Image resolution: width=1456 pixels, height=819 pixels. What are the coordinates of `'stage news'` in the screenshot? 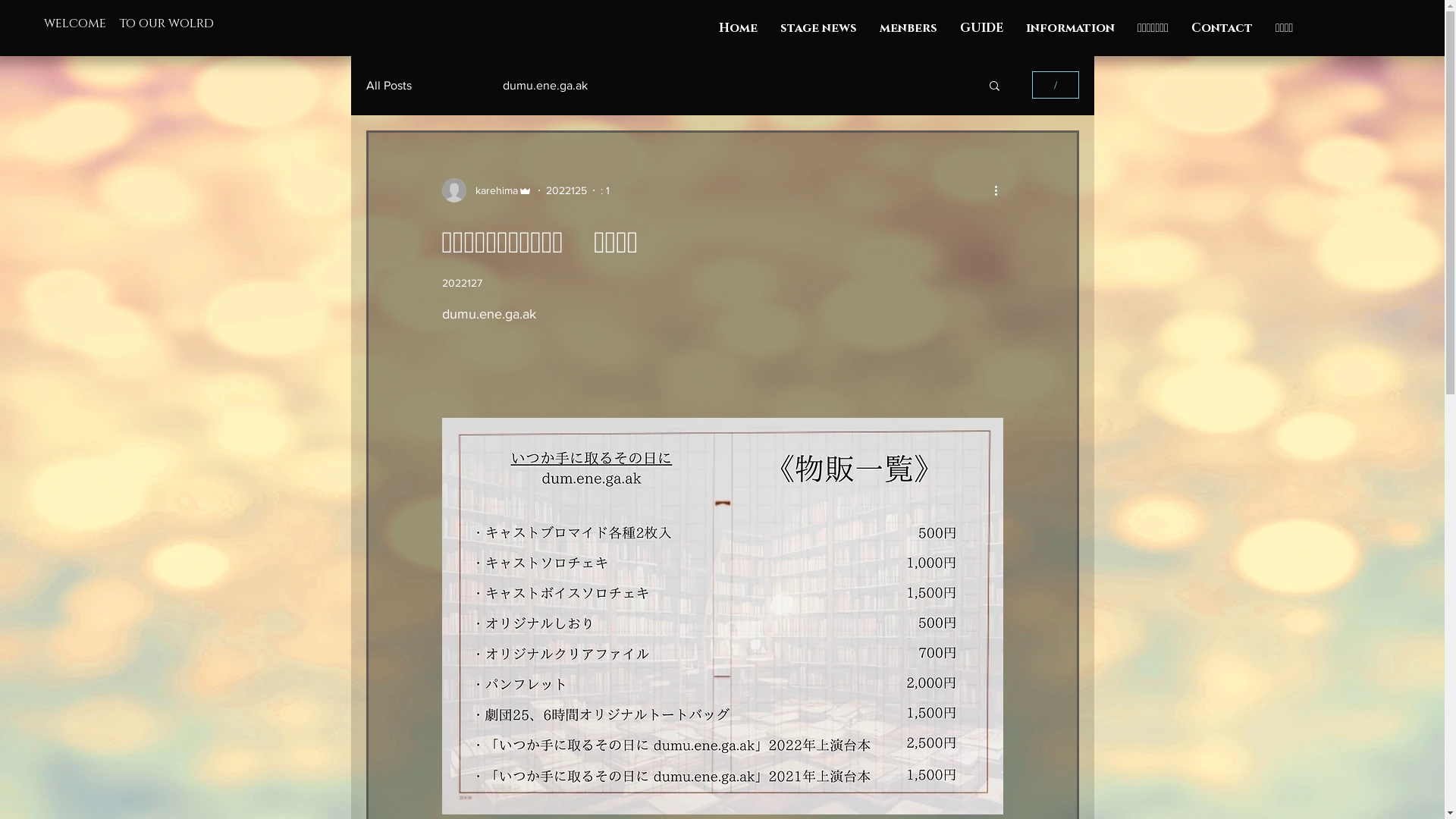 It's located at (817, 28).